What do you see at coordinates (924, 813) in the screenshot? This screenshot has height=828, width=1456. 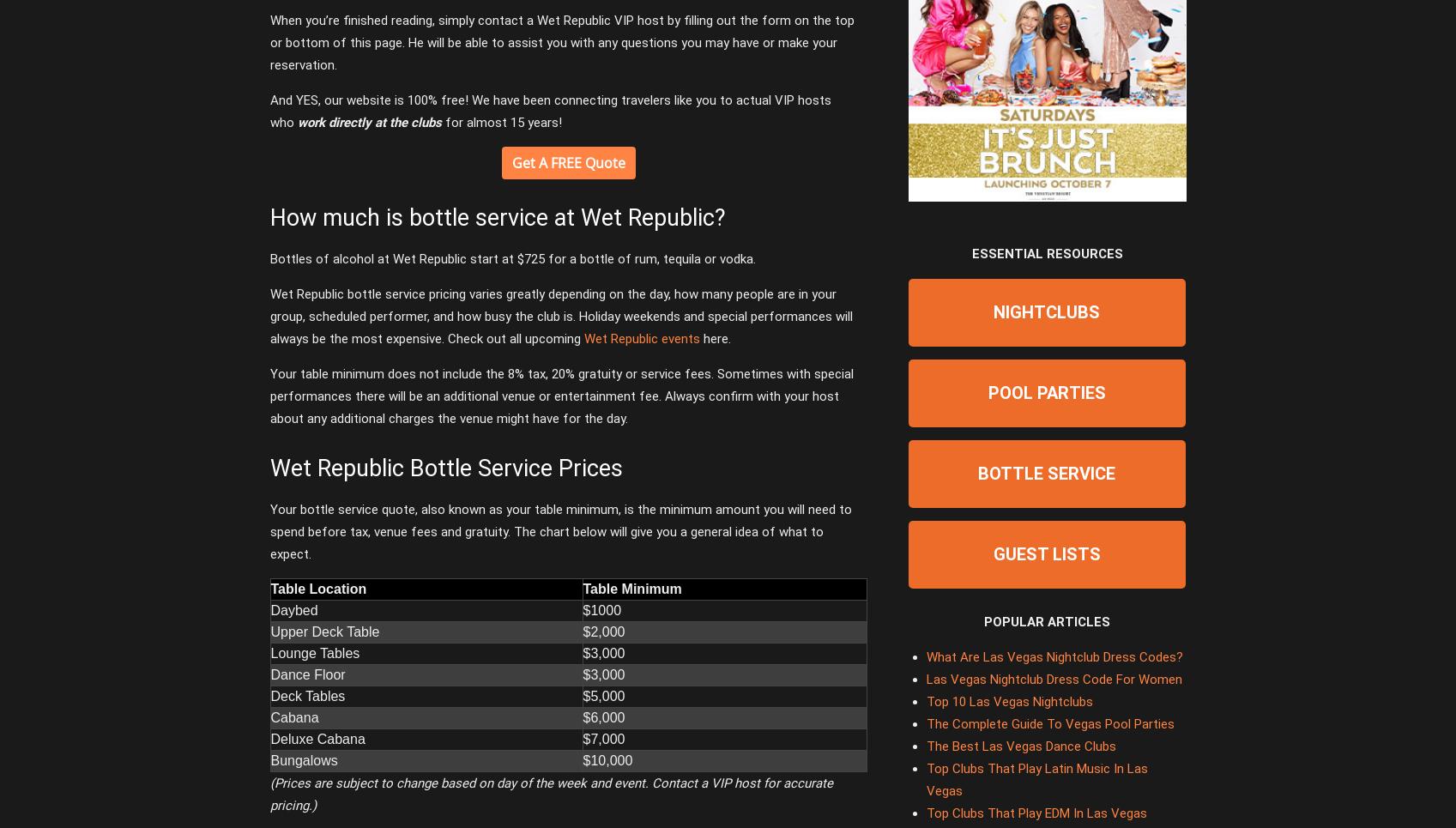 I see `'Top Clubs That Play EDM In Las Vegas'` at bounding box center [924, 813].